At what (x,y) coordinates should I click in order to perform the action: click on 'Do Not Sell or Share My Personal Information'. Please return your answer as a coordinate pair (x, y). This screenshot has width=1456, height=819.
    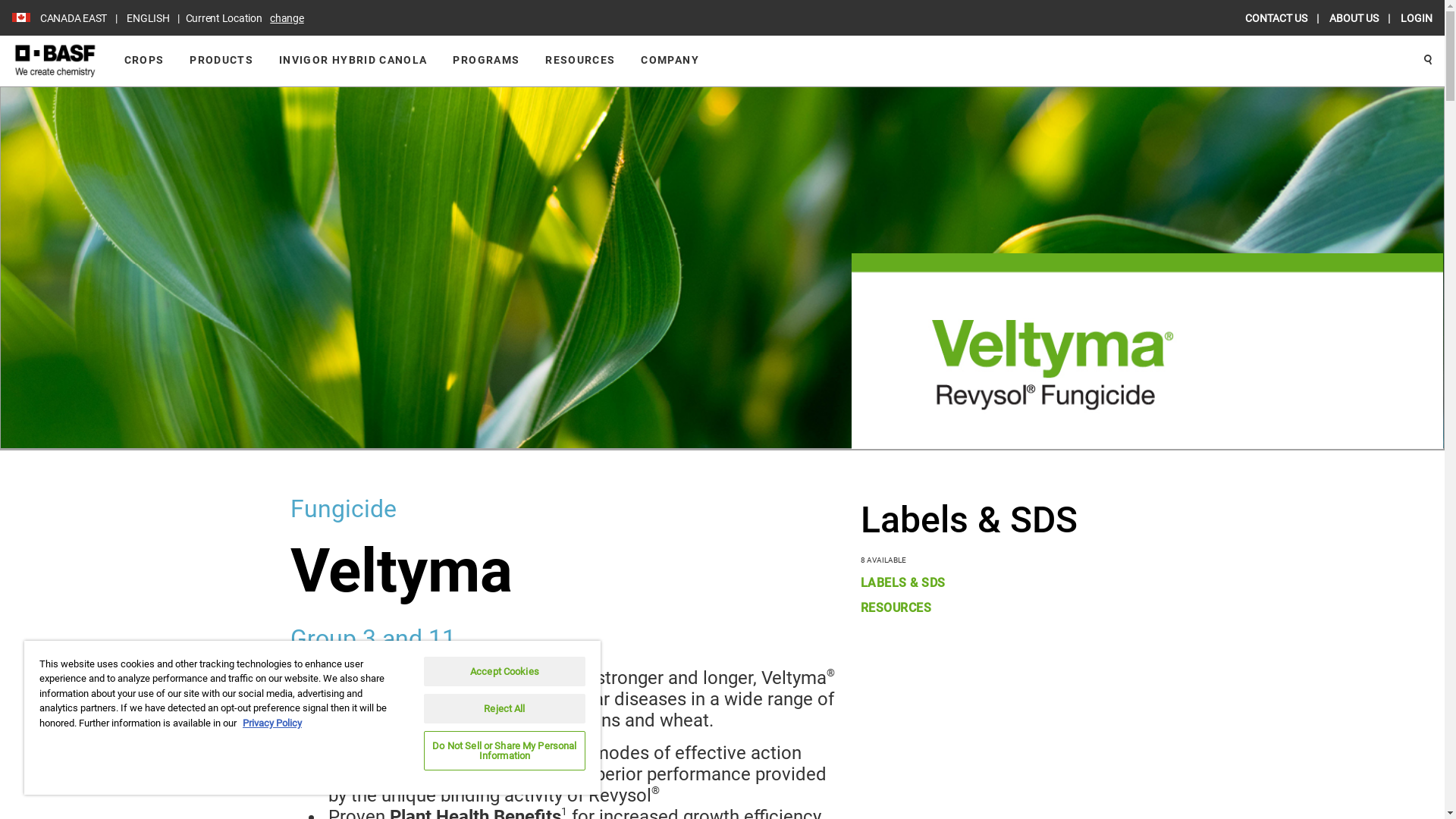
    Looking at the image, I should click on (504, 751).